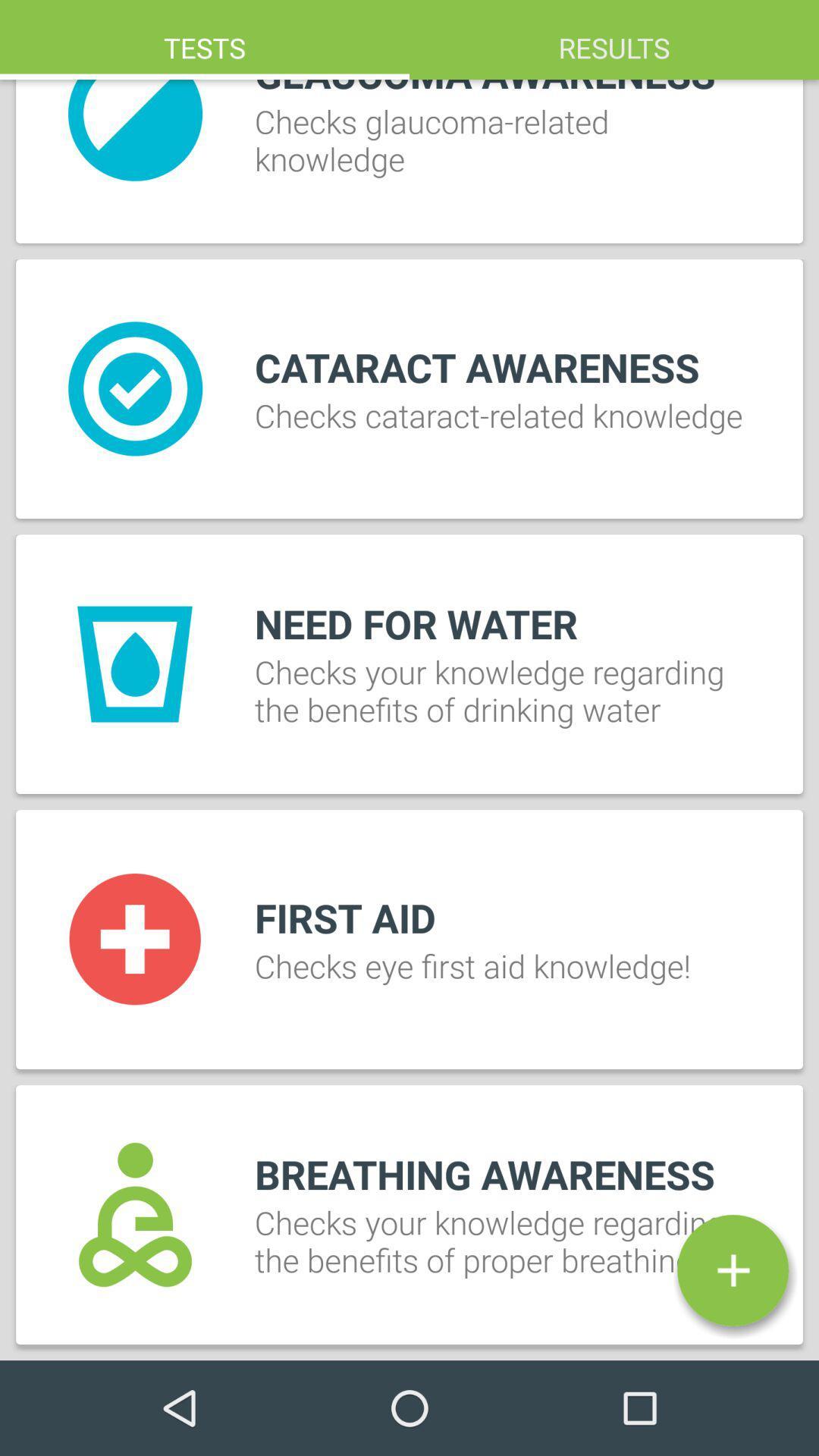 The height and width of the screenshot is (1456, 819). Describe the element at coordinates (614, 39) in the screenshot. I see `item at the top right corner` at that location.